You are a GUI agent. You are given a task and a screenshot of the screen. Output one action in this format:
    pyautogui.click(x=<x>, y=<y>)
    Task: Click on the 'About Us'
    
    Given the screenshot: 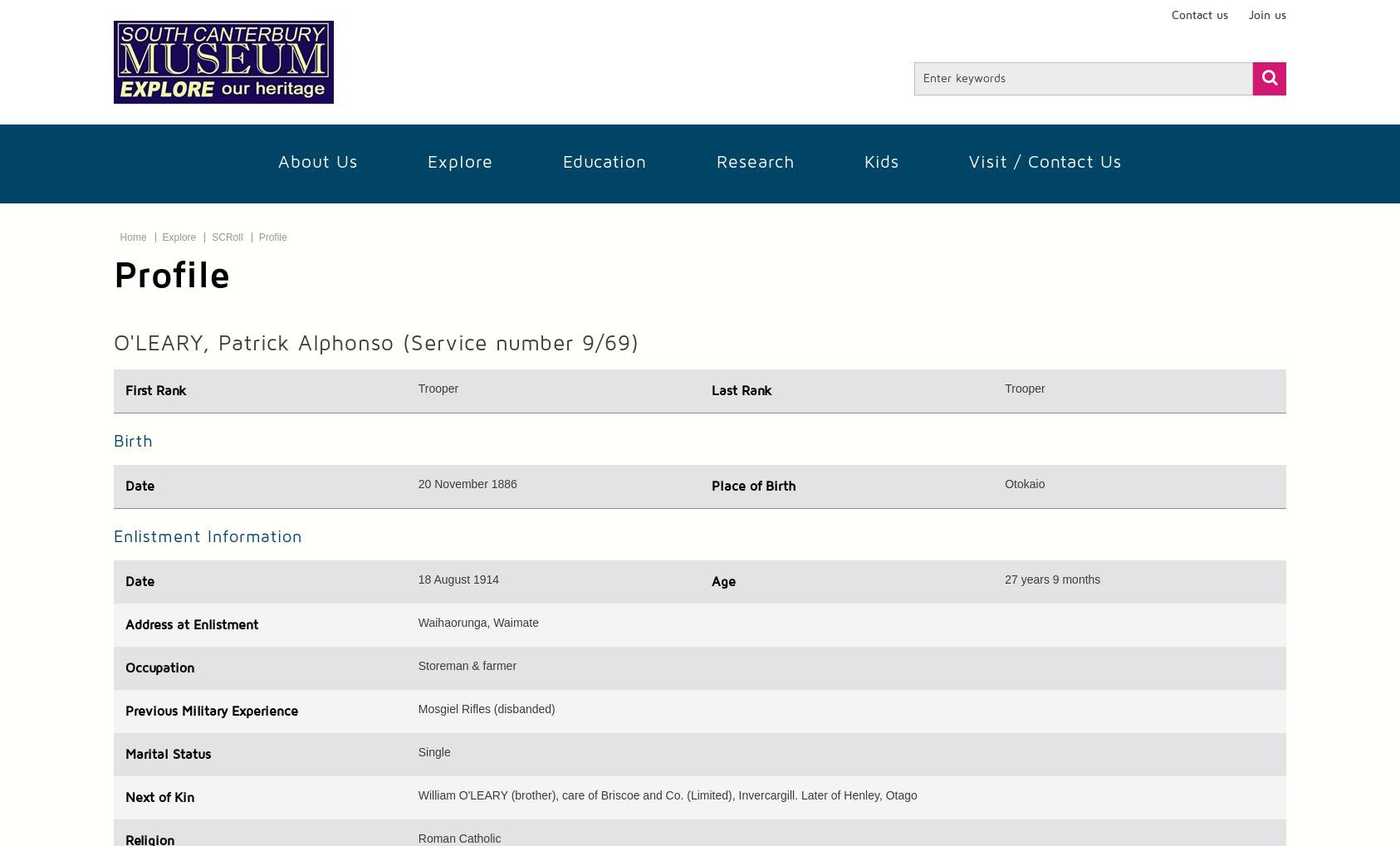 What is the action you would take?
    pyautogui.click(x=317, y=161)
    